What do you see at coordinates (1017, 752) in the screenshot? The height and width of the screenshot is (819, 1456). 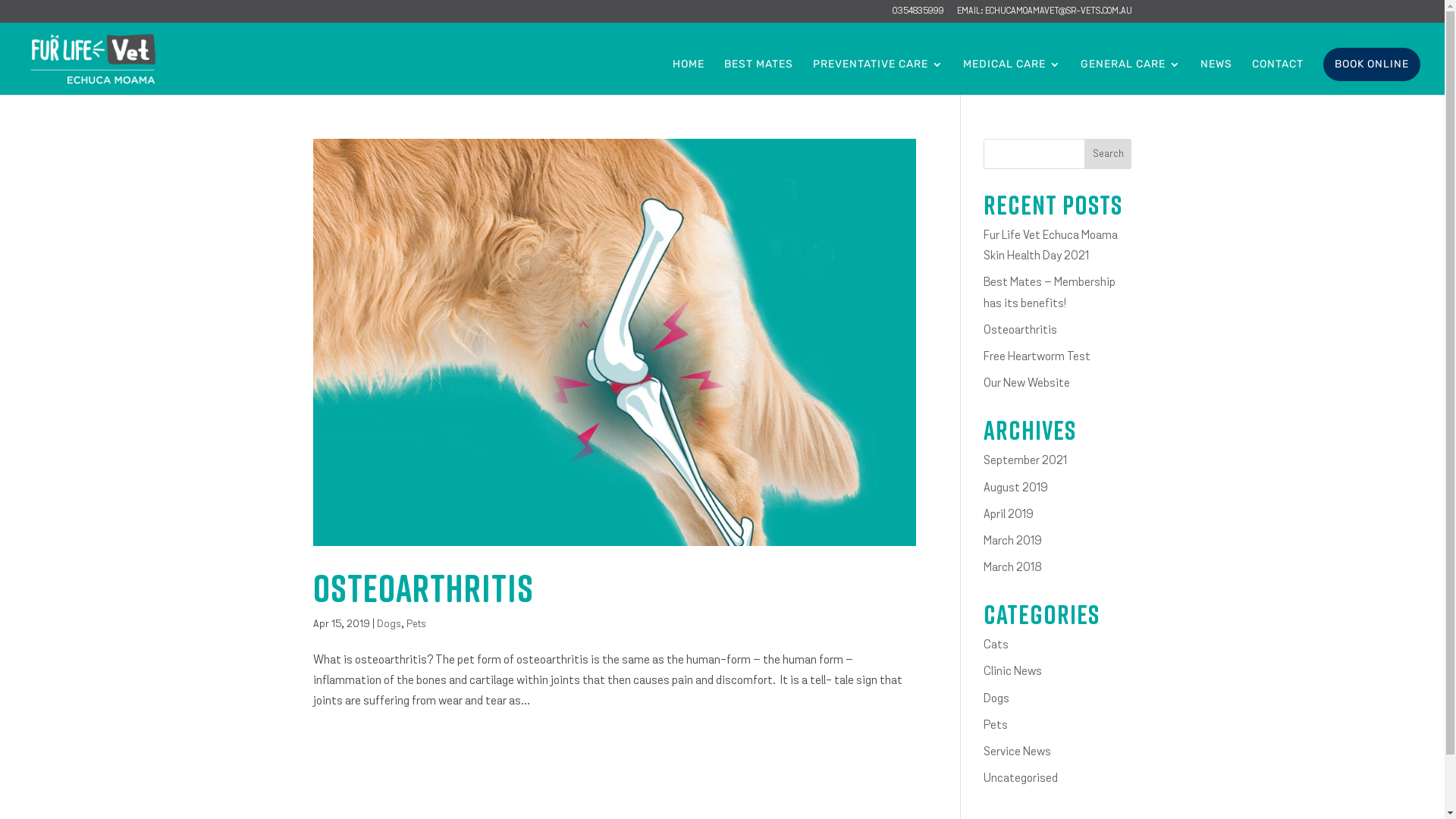 I see `'Service News'` at bounding box center [1017, 752].